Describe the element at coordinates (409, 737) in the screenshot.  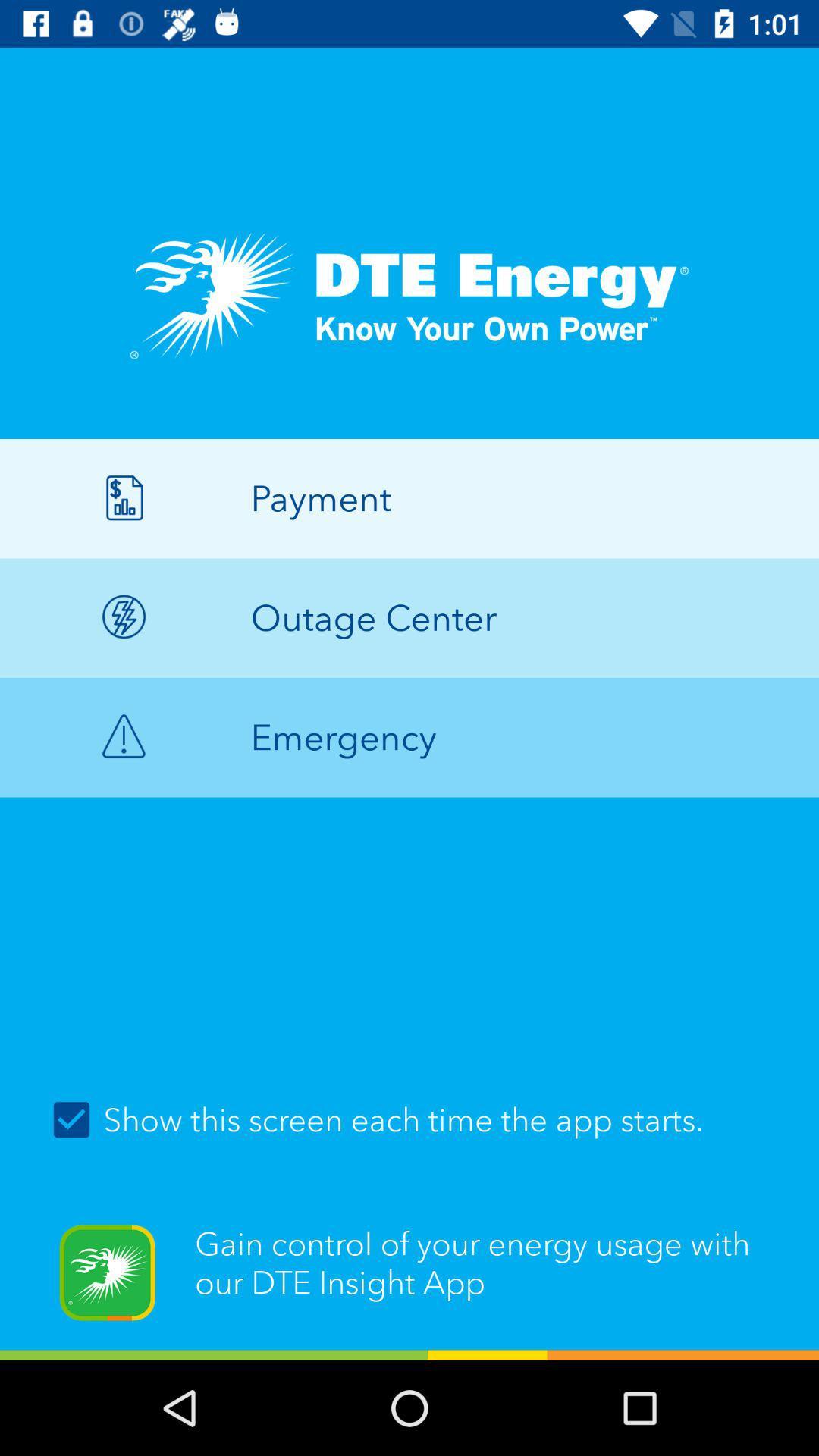
I see `the emergency item` at that location.